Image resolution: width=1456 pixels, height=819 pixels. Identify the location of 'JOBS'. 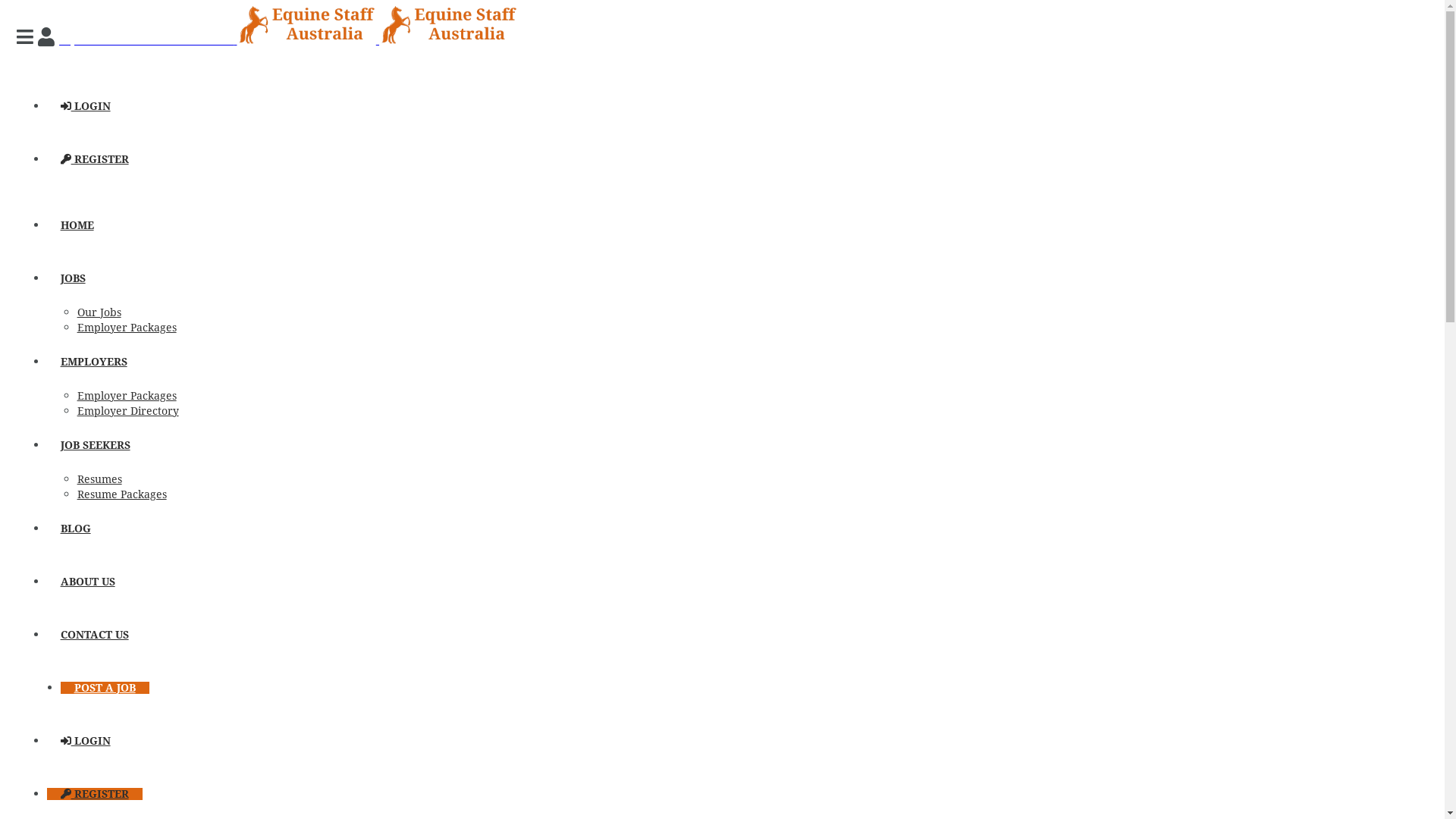
(72, 278).